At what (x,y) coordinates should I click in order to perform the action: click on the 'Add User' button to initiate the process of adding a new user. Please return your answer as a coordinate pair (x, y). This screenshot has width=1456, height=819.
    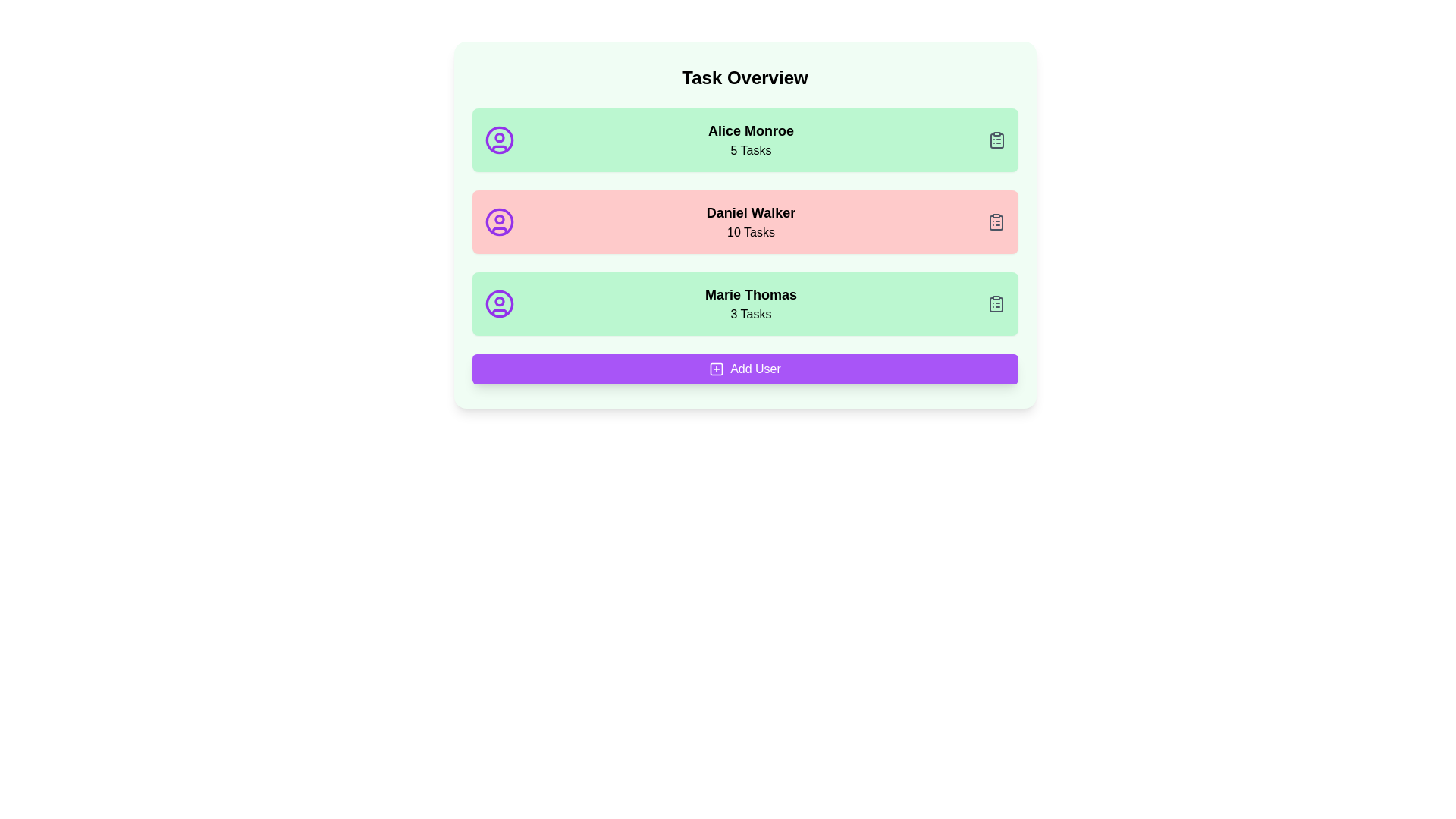
    Looking at the image, I should click on (745, 369).